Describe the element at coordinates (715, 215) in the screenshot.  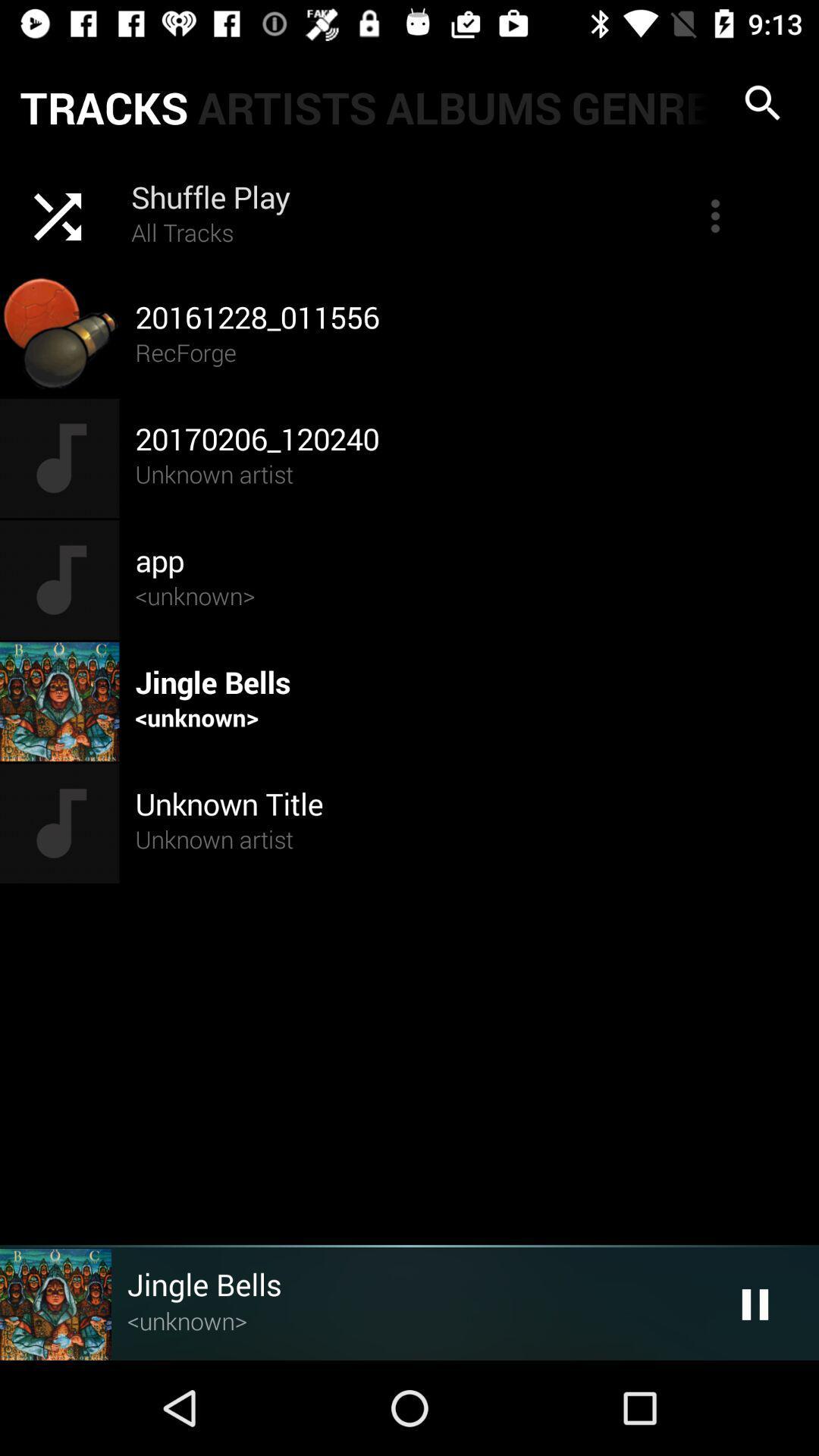
I see `display options` at that location.